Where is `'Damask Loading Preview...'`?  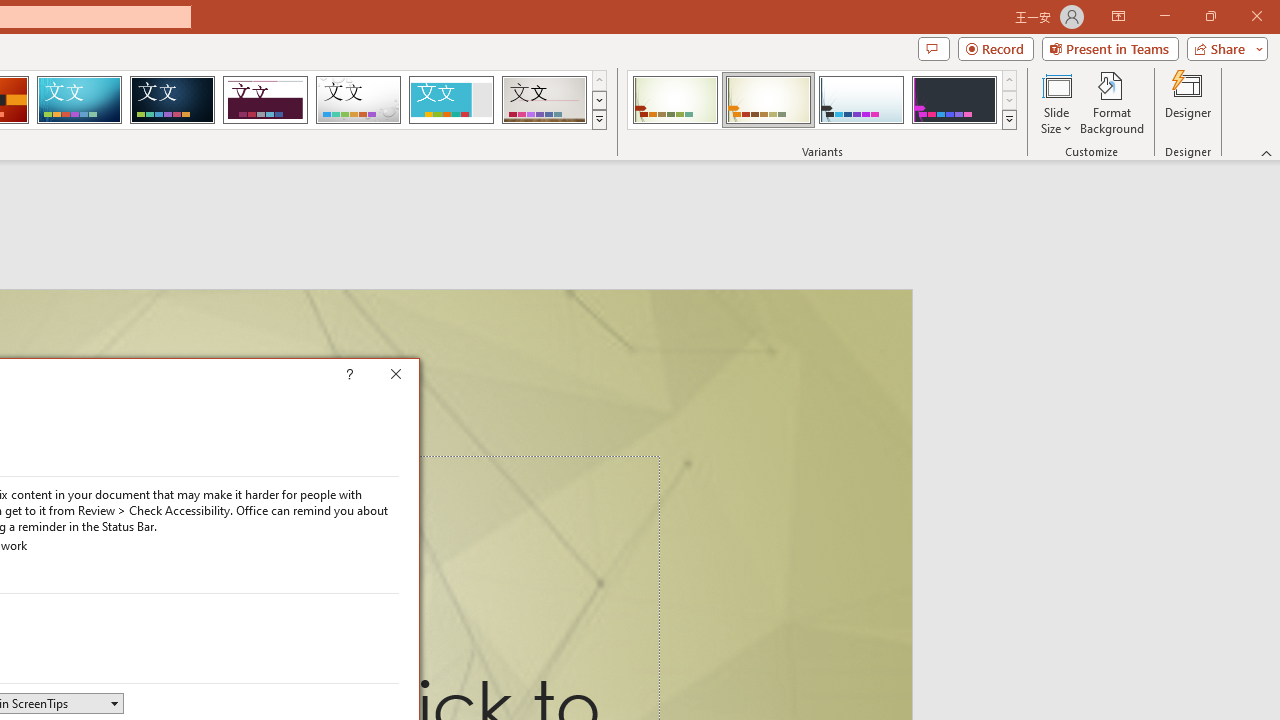 'Damask Loading Preview...' is located at coordinates (172, 100).